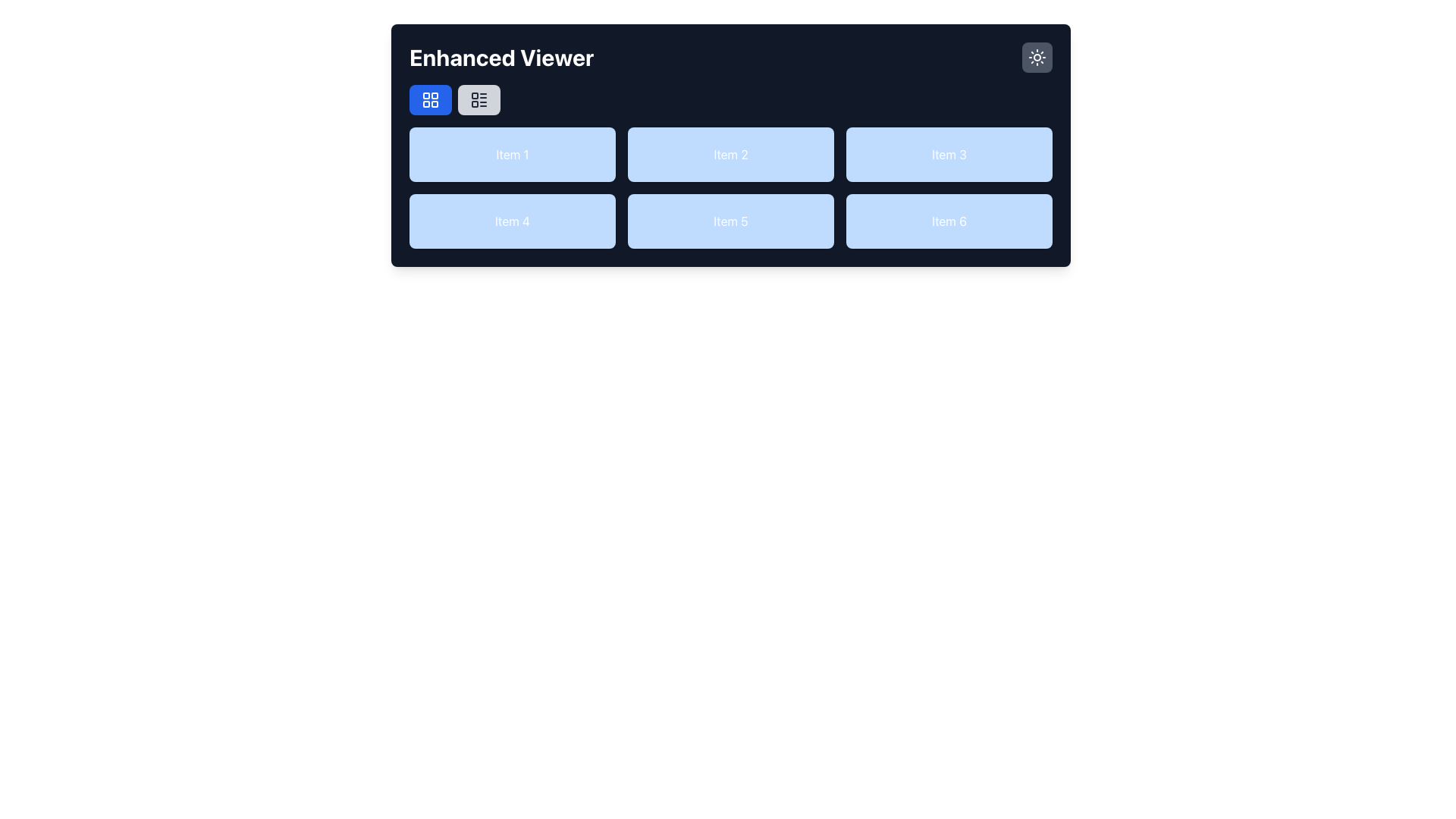 This screenshot has width=1456, height=819. Describe the element at coordinates (429, 99) in the screenshot. I see `the button` at that location.